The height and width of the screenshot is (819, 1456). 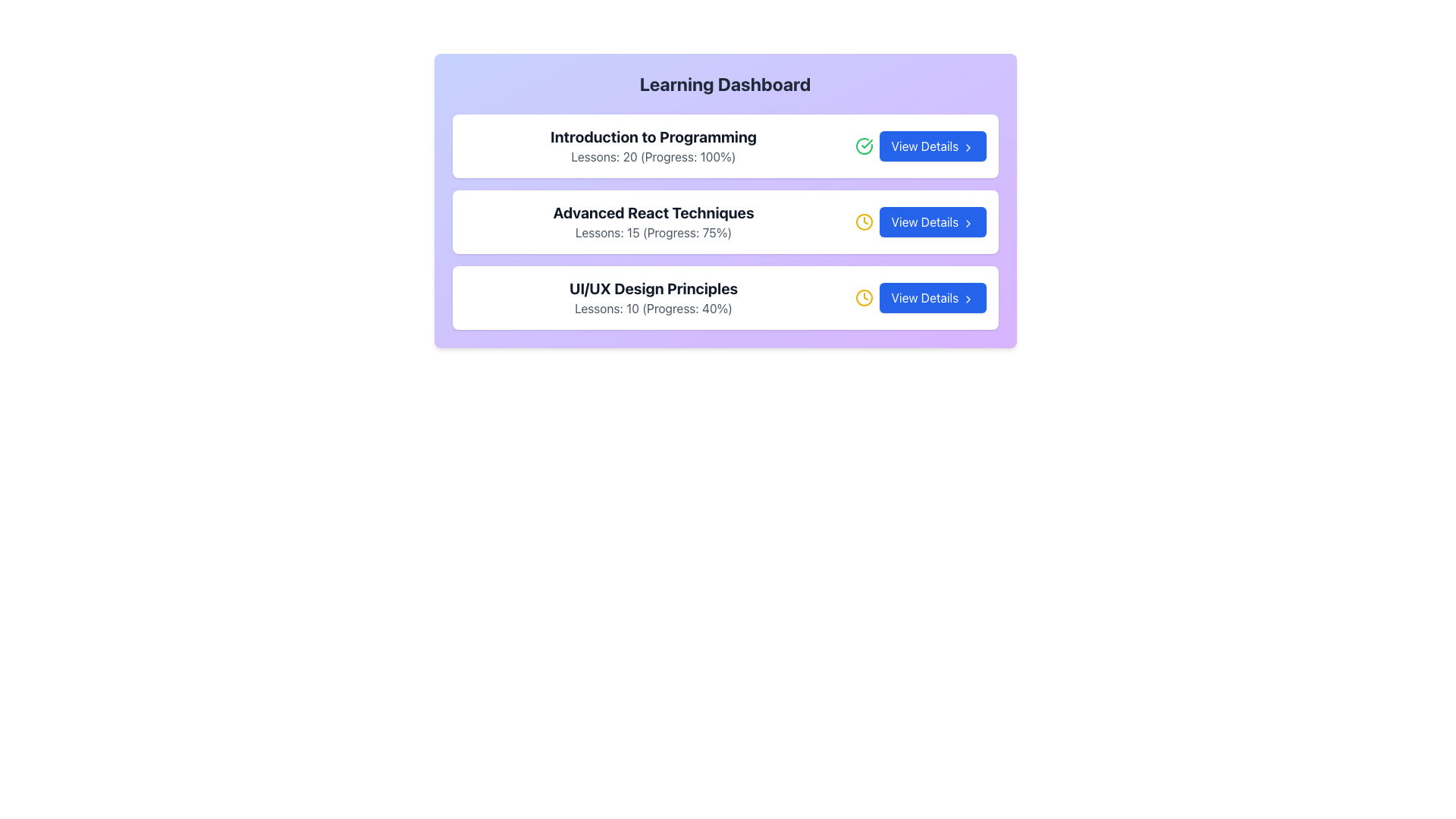 I want to click on the button located at the right edge of the row for 'Introduction to Programming', so click(x=931, y=146).